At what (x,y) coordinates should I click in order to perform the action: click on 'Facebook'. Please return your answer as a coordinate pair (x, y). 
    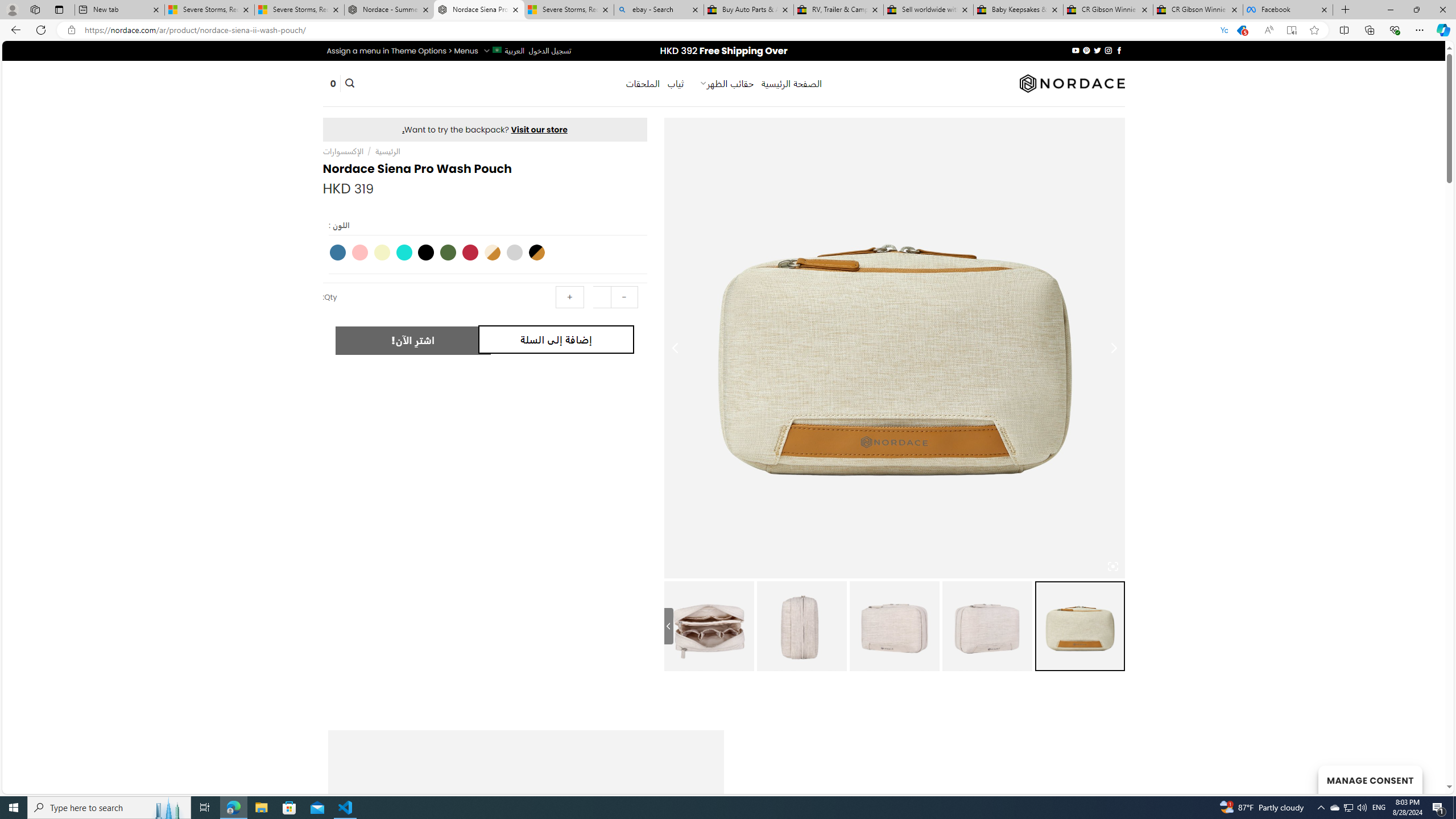
    Looking at the image, I should click on (1287, 9).